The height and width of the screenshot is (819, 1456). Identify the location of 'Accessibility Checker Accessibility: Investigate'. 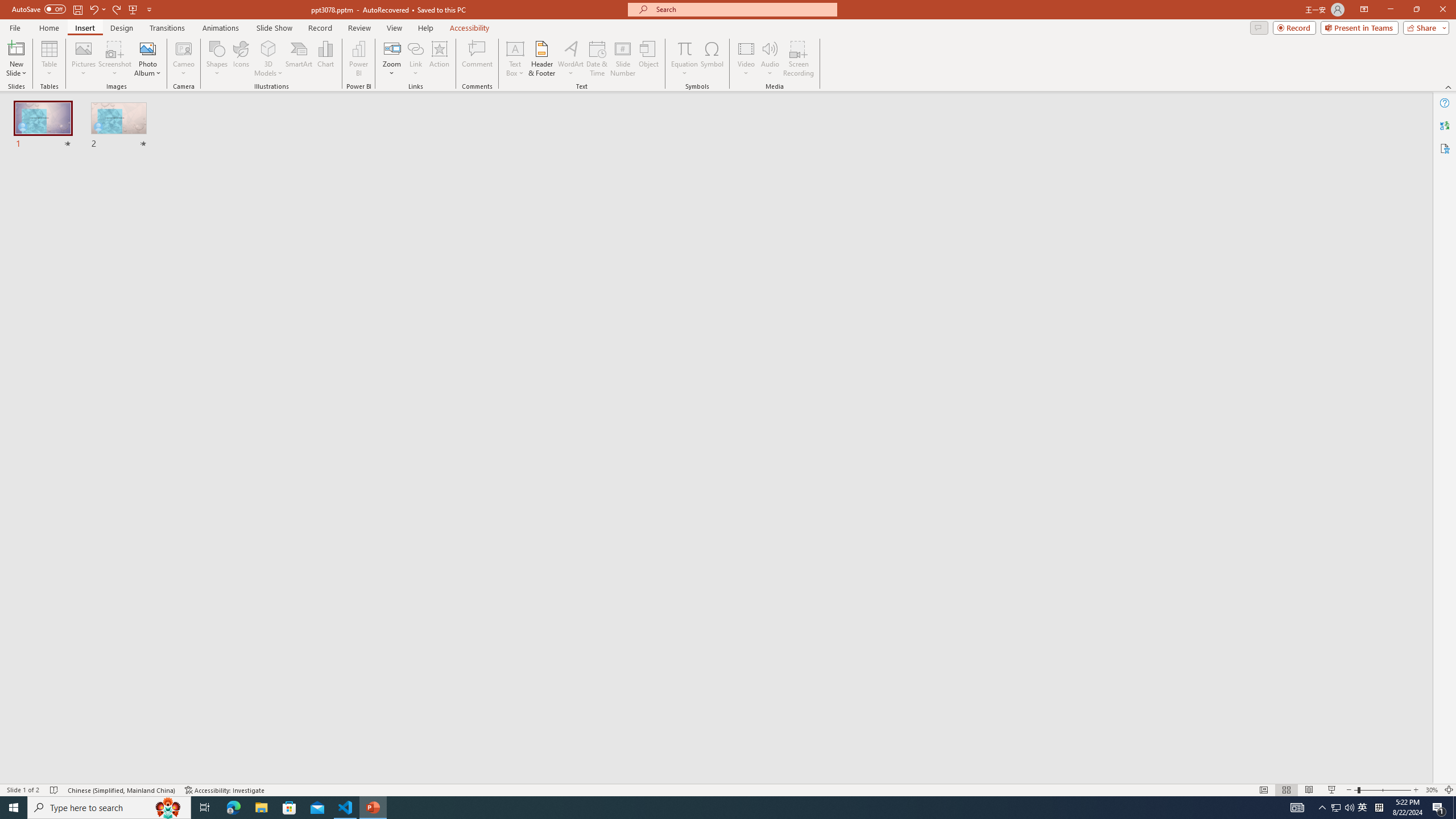
(225, 790).